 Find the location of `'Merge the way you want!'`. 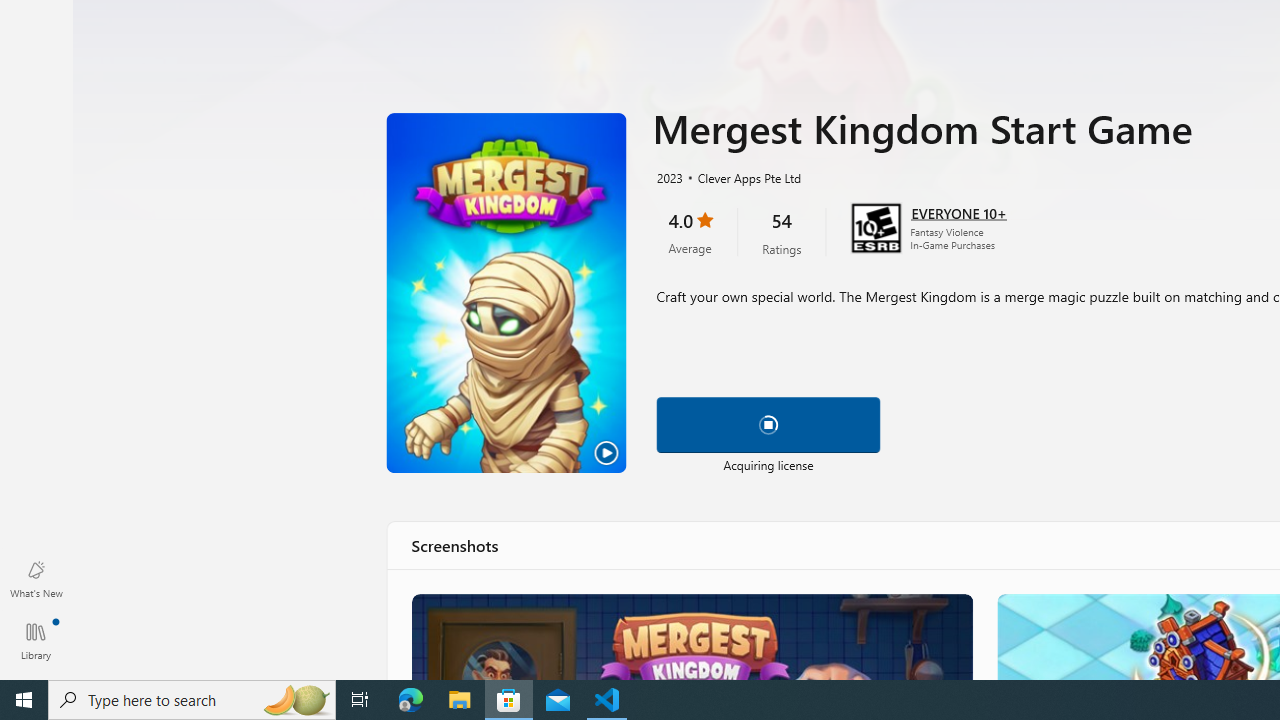

'Merge the way you want!' is located at coordinates (691, 636).